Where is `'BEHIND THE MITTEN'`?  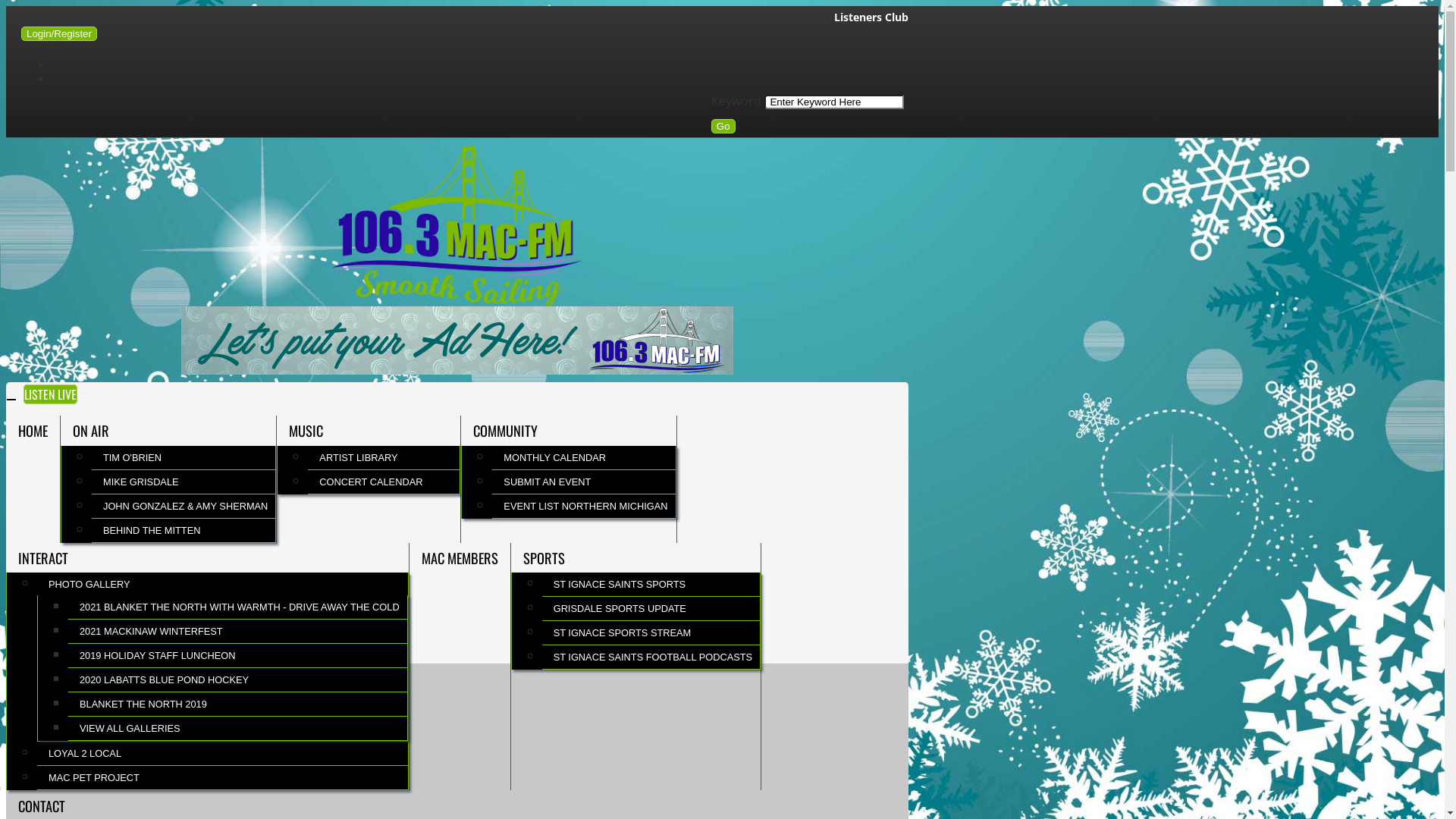
'BEHIND THE MITTEN' is located at coordinates (182, 529).